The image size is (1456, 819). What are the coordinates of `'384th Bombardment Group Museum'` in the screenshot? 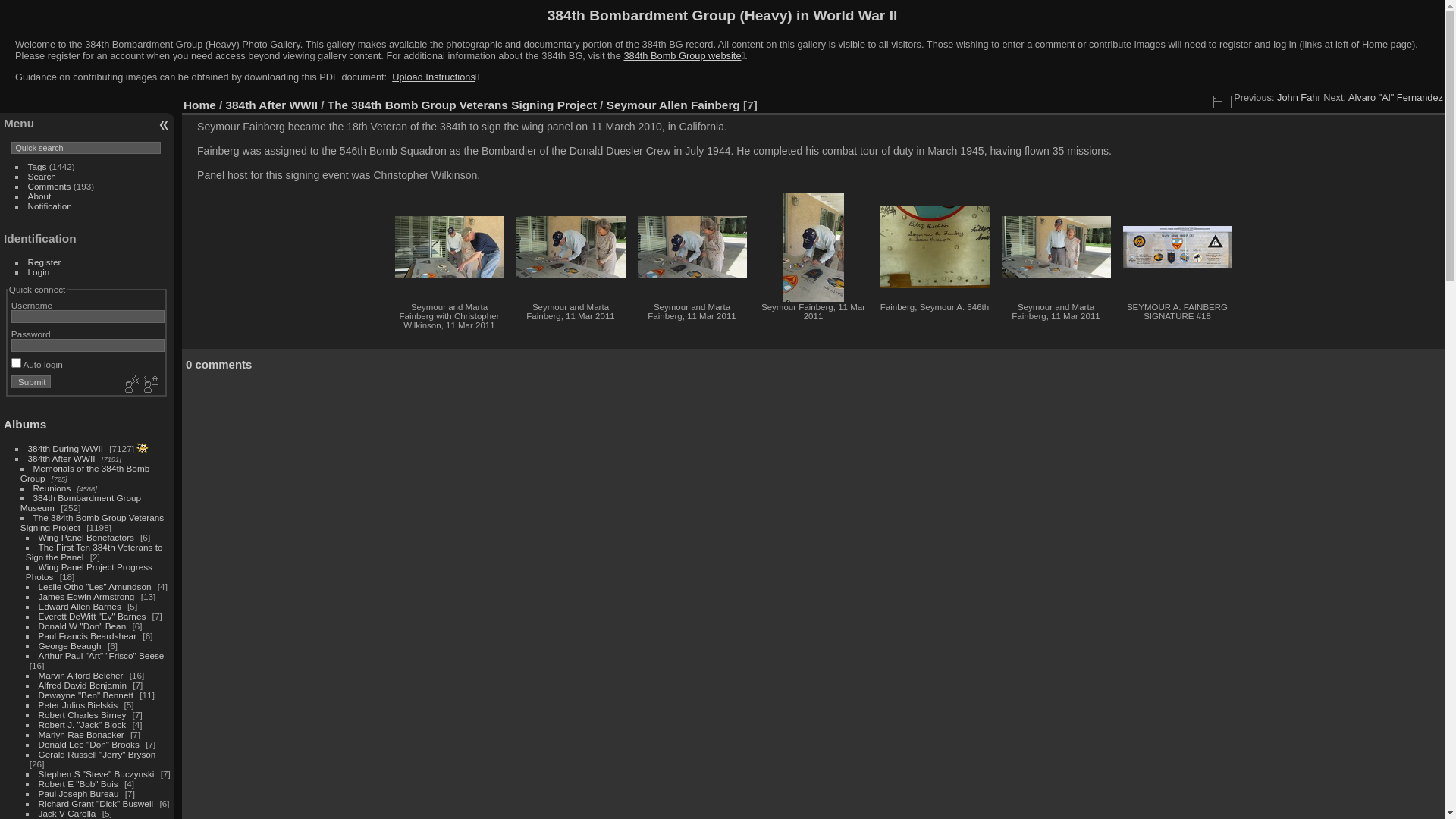 It's located at (80, 503).